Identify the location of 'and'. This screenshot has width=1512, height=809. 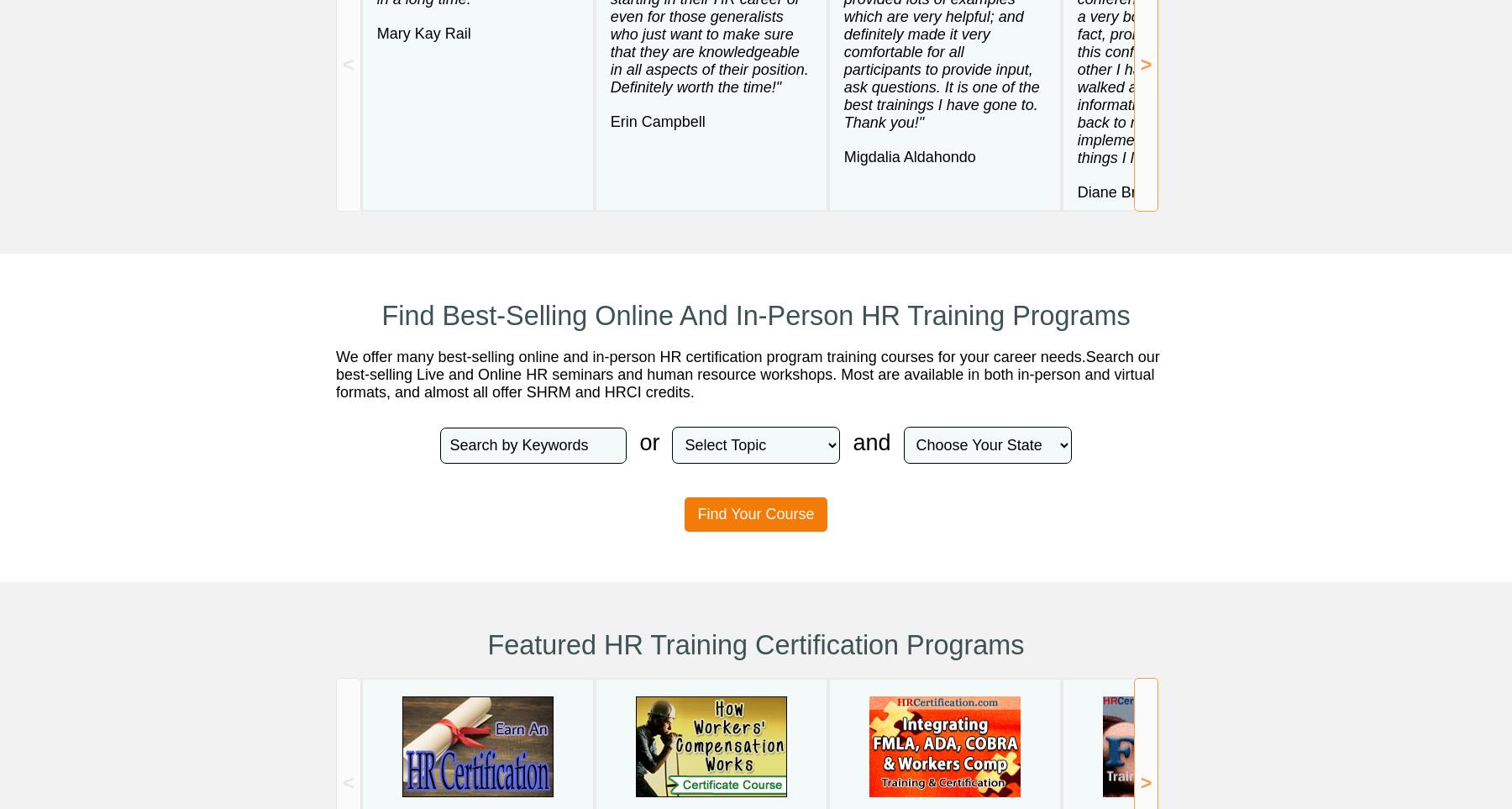
(871, 441).